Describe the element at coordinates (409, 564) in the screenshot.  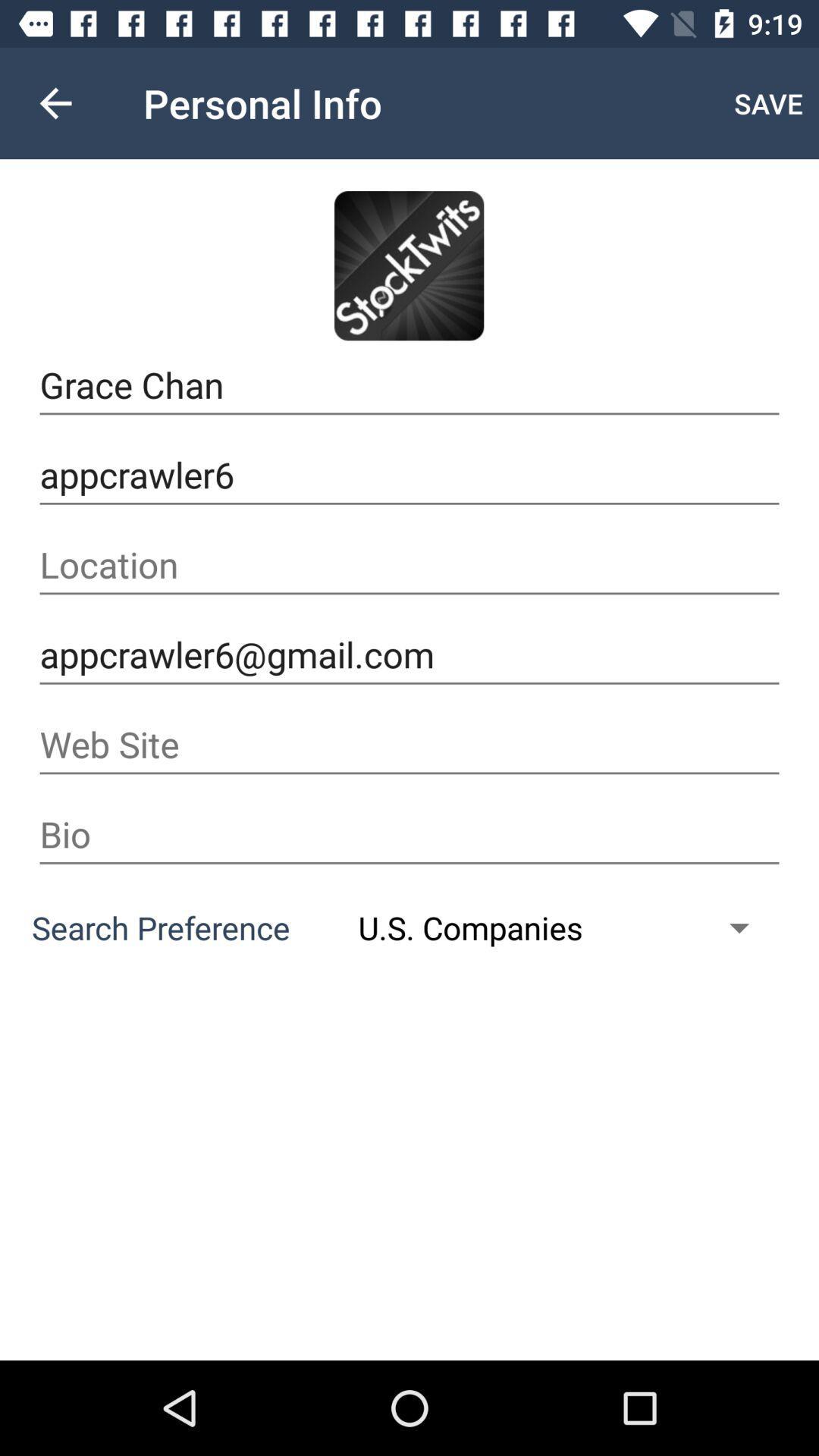
I see `the icon below appcrawler6 item` at that location.